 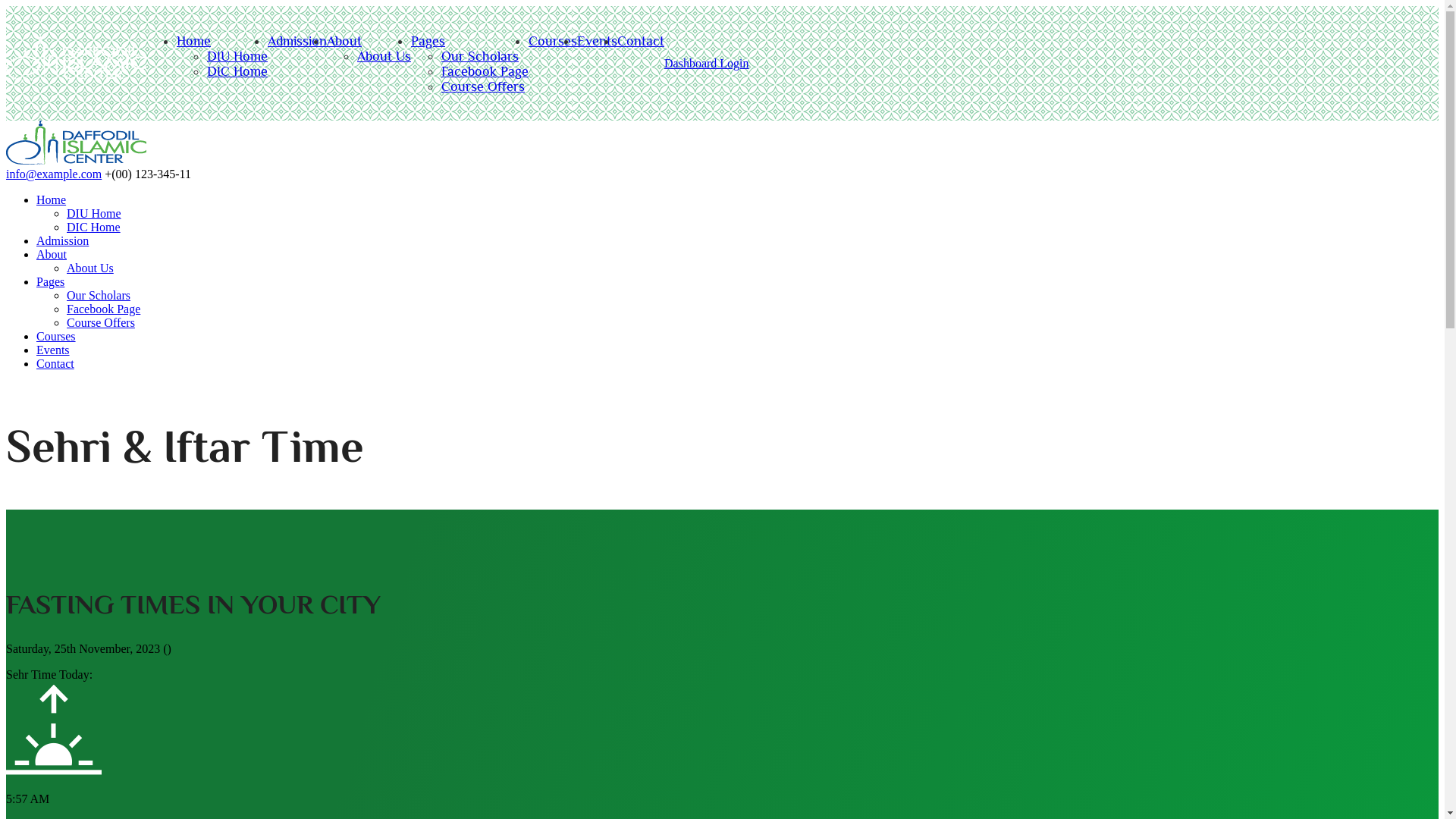 I want to click on 'DIC Home', so click(x=236, y=71).